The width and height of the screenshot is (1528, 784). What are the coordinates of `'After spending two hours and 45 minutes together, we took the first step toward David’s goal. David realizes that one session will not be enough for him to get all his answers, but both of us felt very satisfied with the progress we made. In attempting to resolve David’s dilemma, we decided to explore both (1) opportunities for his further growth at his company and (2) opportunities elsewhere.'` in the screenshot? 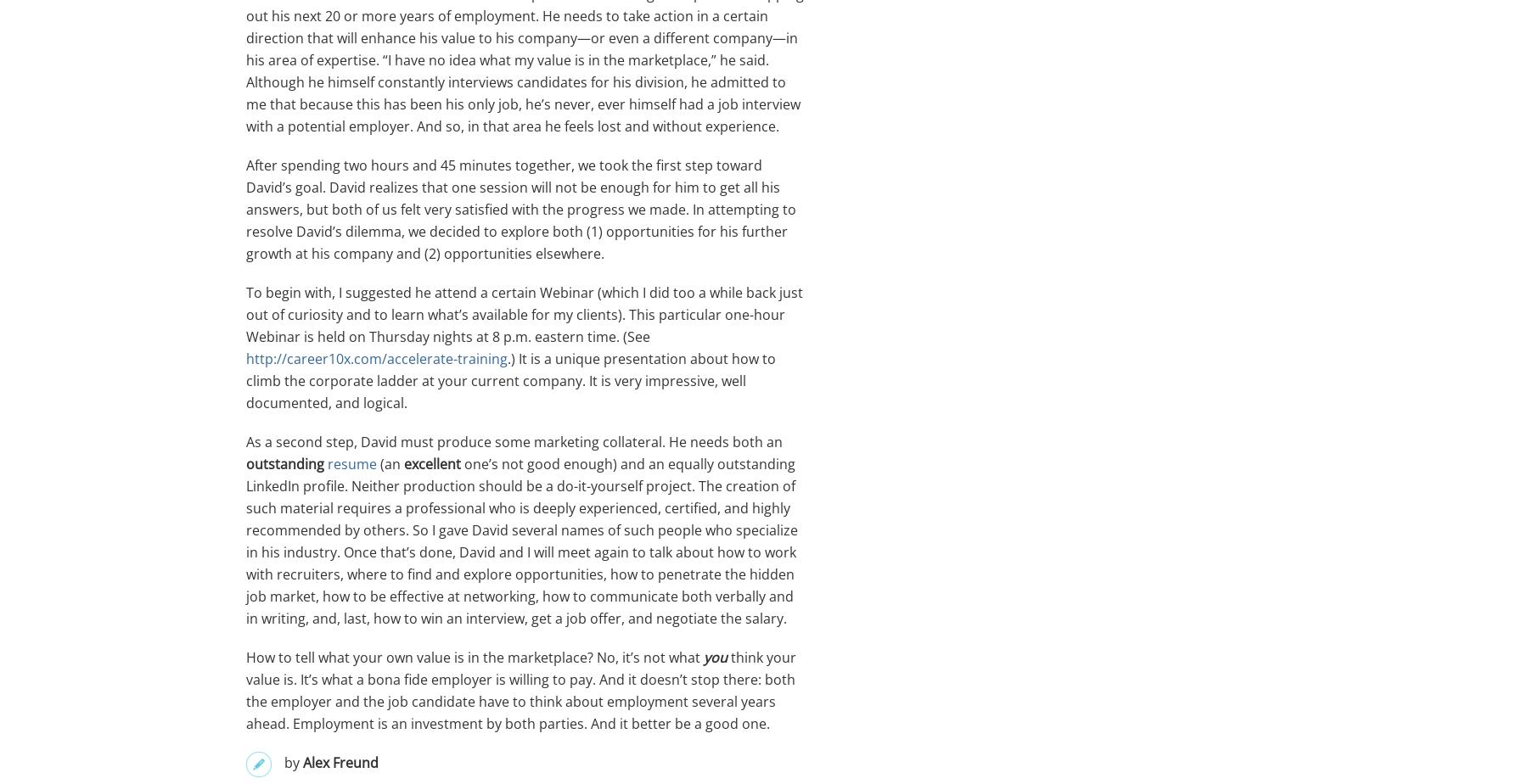 It's located at (520, 208).